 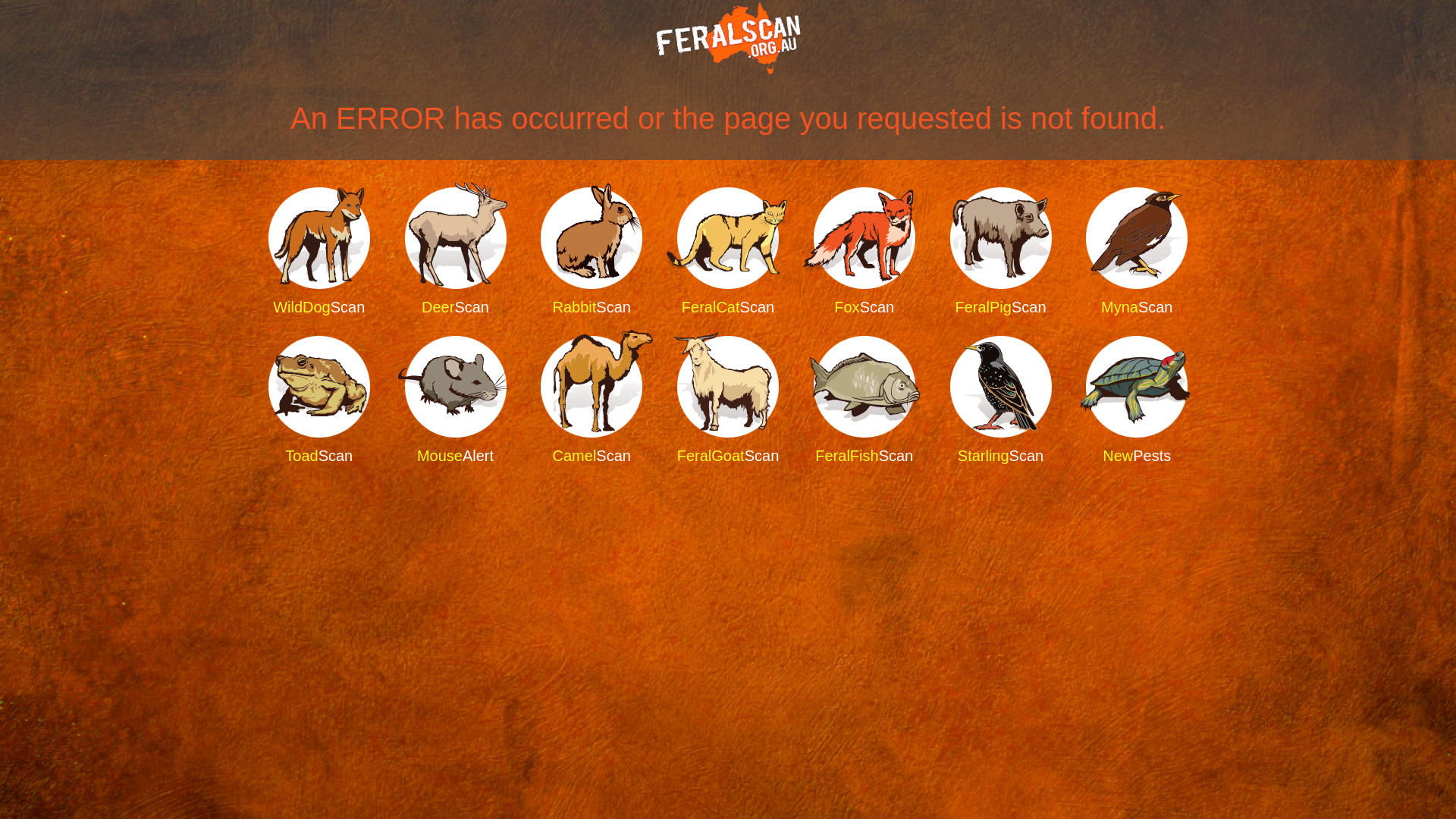 I want to click on 'RabbitScan', so click(x=524, y=251).